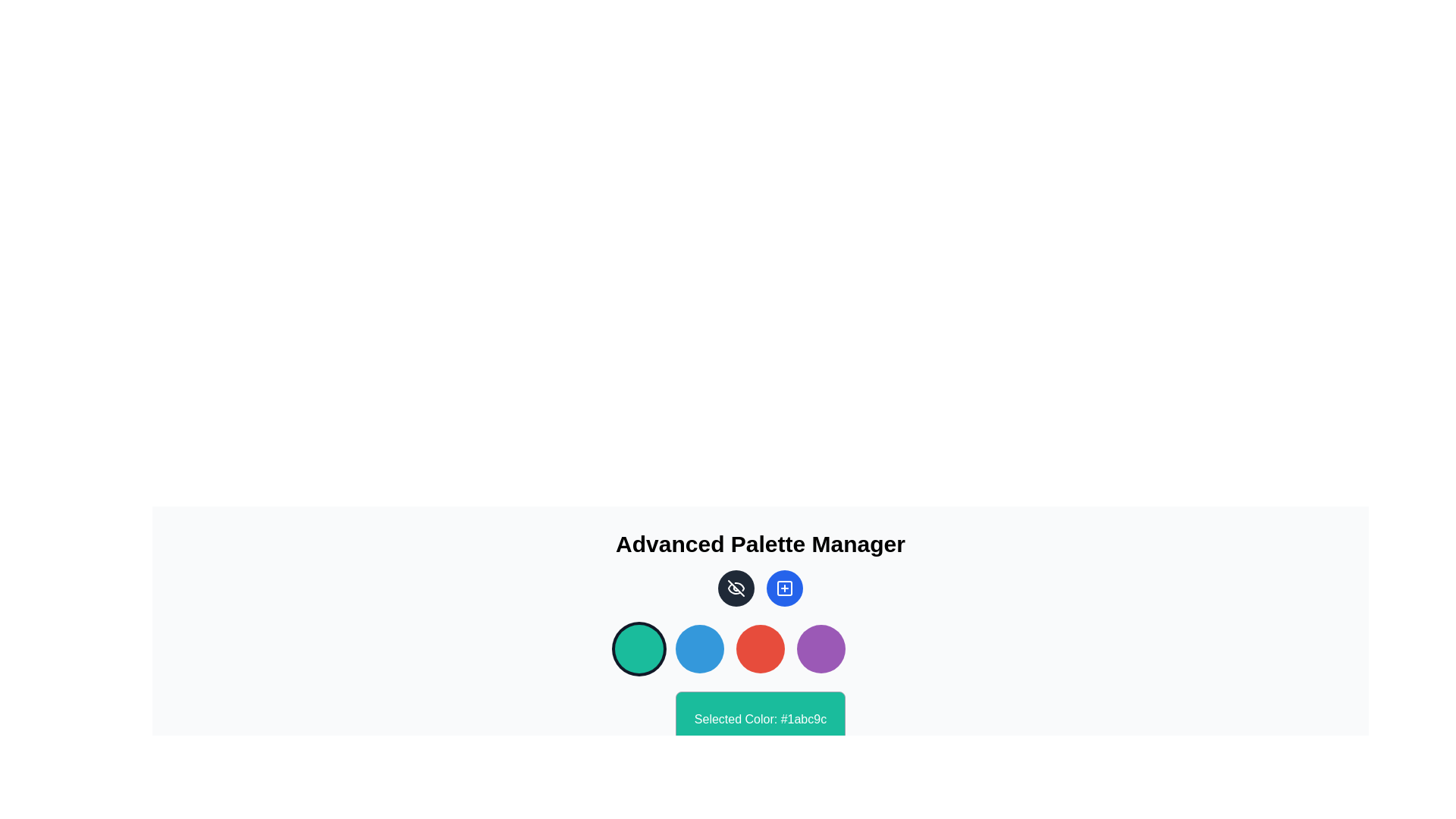 This screenshot has height=819, width=1456. What do you see at coordinates (761, 648) in the screenshot?
I see `the circular button-like component with a red background, which is the third element in a row of four circles` at bounding box center [761, 648].